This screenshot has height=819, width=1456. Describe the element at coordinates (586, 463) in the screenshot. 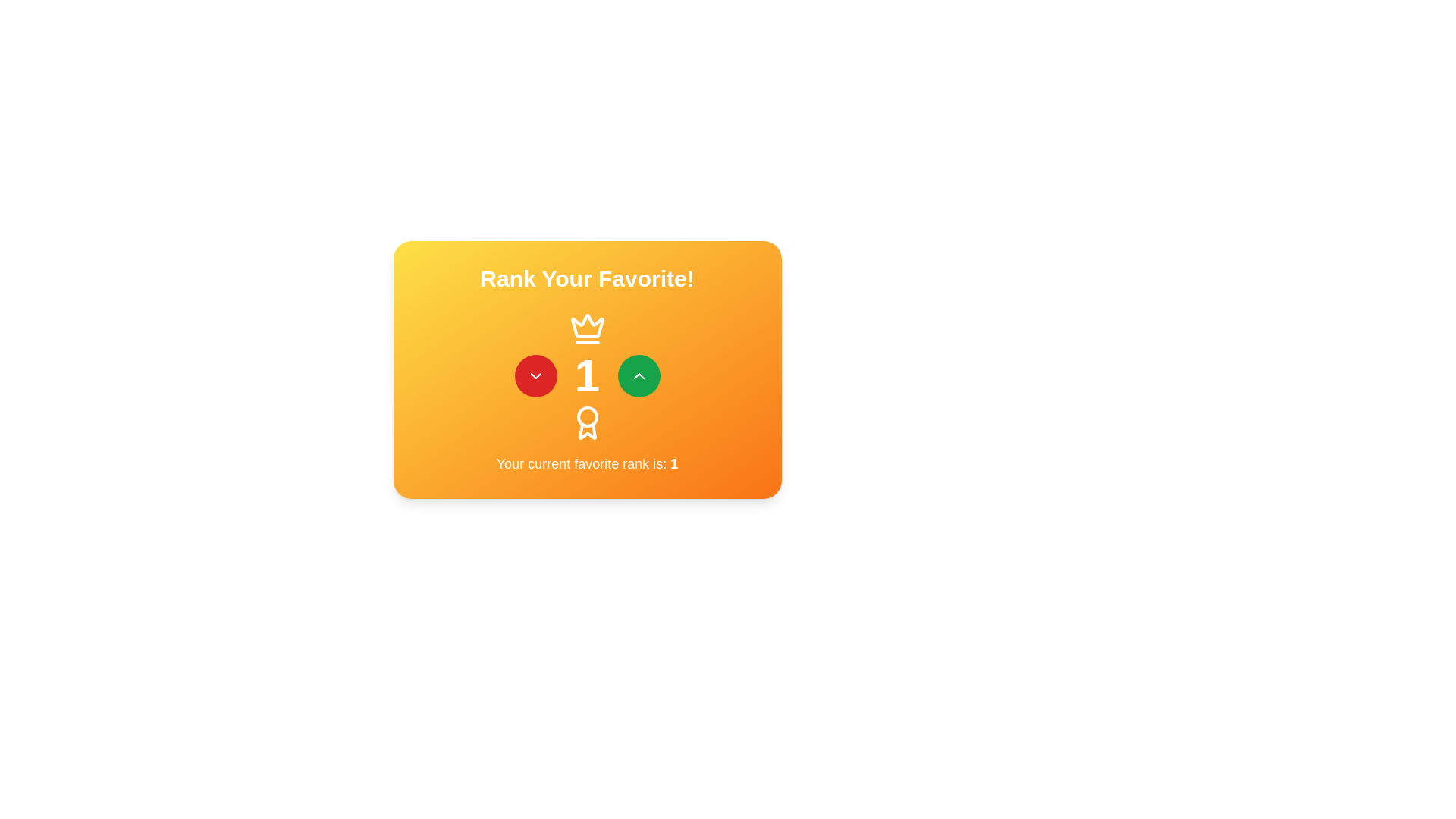

I see `the static text display that shows the current favorite rank of the user, located at the bottom center of a section with a gradient orange background` at that location.